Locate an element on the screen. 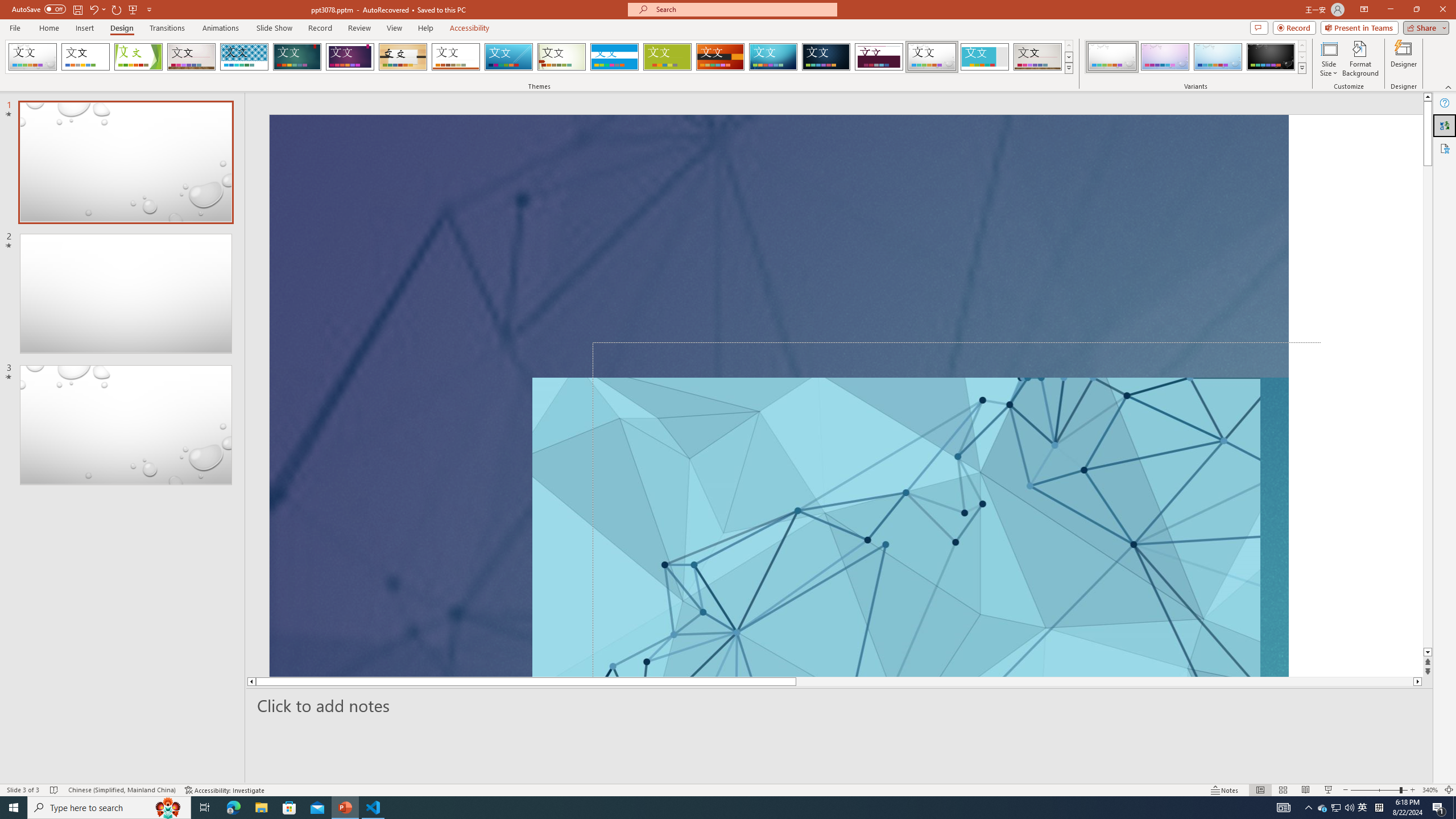 The image size is (1456, 819). 'Wisp' is located at coordinates (561, 56).